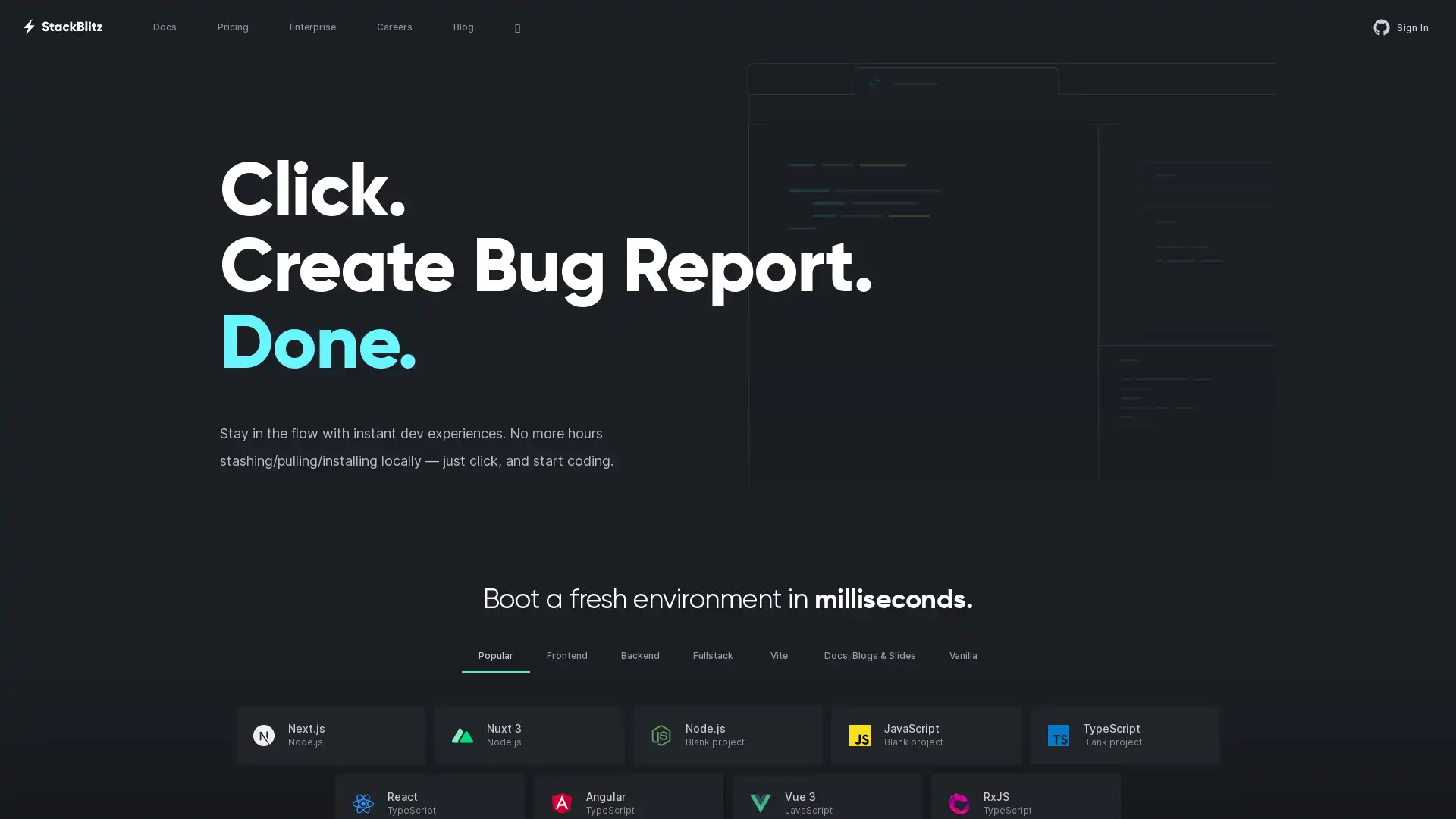  I want to click on Frontend, so click(566, 654).